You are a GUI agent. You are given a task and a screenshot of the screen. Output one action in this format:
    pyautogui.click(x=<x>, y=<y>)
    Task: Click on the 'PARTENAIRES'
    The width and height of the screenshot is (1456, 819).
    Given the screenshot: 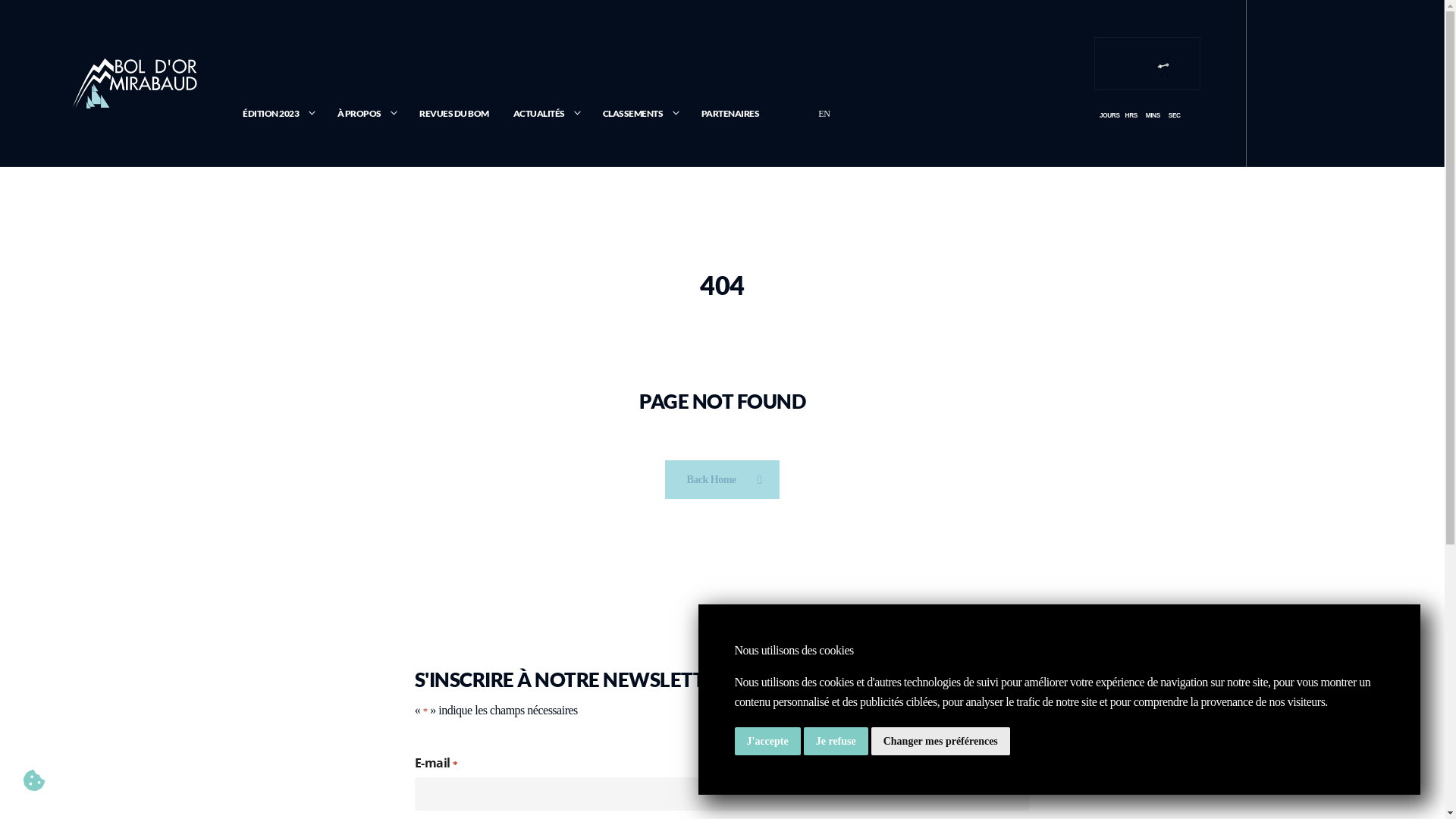 What is the action you would take?
    pyautogui.click(x=730, y=113)
    